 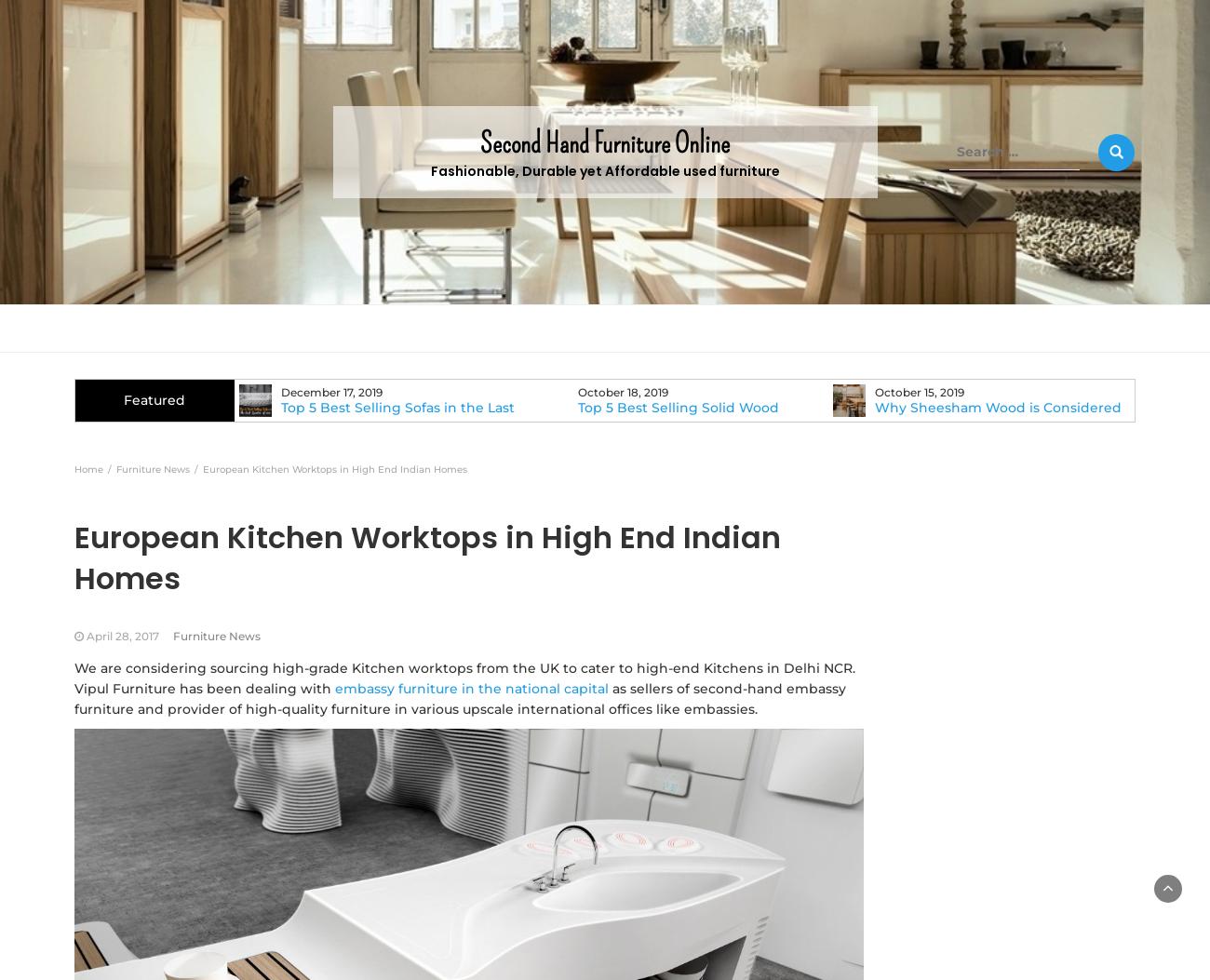 What do you see at coordinates (975, 423) in the screenshot?
I see `'Why Sheesham Wood is Considered to be The Best Choice for Home Furniture'` at bounding box center [975, 423].